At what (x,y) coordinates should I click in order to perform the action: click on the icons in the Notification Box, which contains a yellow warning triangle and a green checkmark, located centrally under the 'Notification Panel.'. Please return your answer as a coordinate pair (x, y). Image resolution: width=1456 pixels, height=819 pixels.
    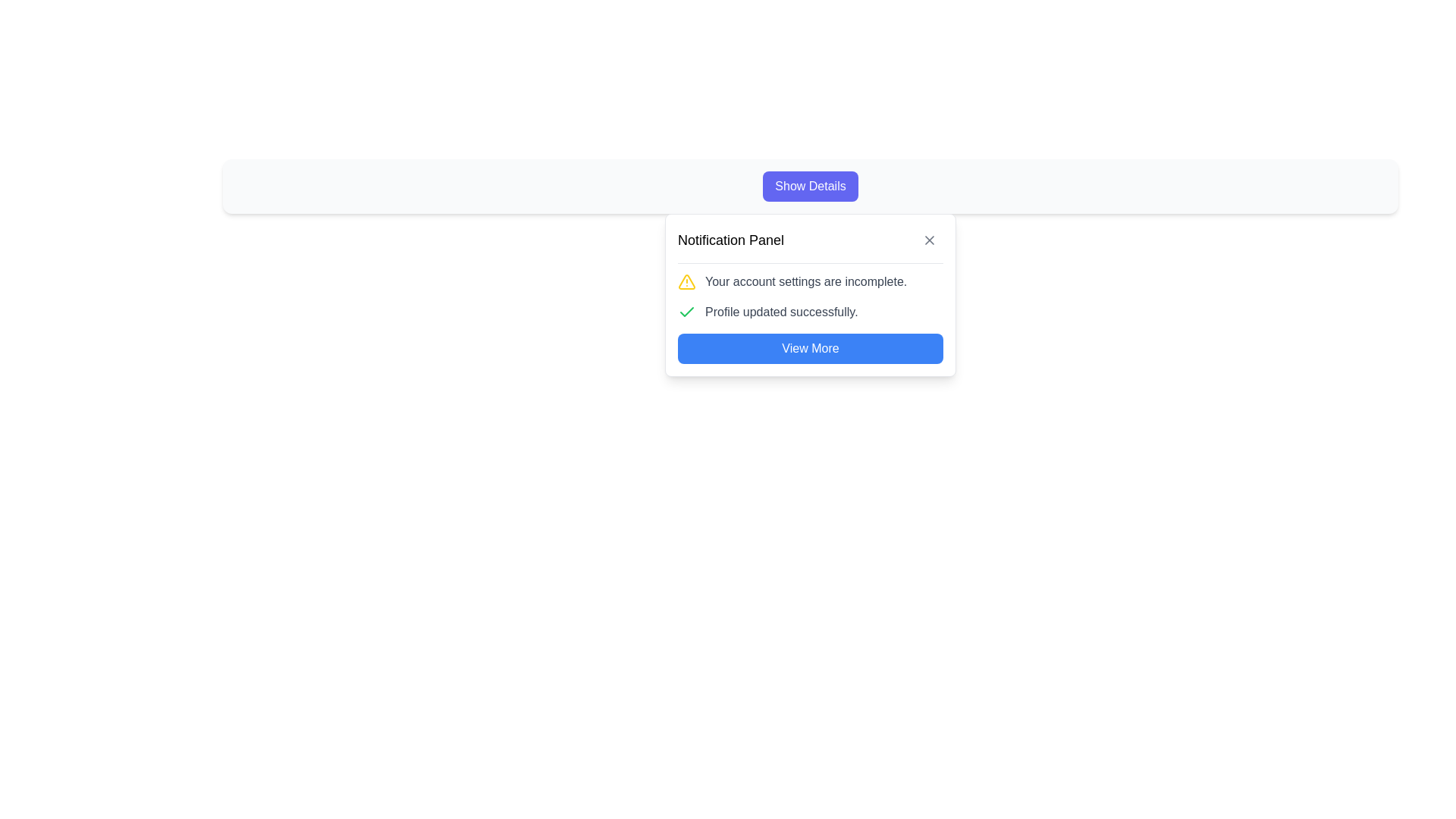
    Looking at the image, I should click on (810, 297).